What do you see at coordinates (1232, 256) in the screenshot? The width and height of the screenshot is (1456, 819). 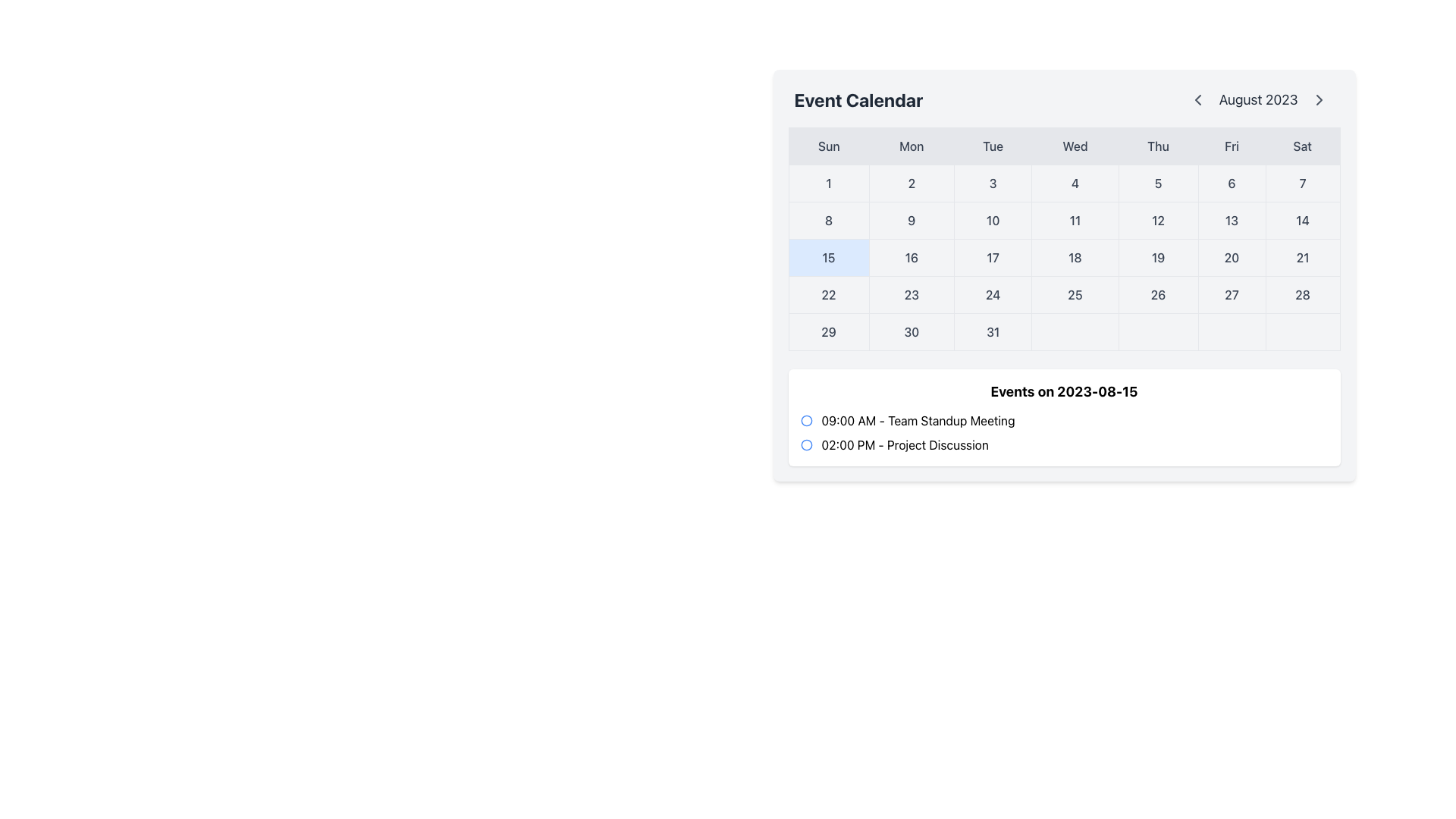 I see `the calendar day cell displaying the number '20'` at bounding box center [1232, 256].